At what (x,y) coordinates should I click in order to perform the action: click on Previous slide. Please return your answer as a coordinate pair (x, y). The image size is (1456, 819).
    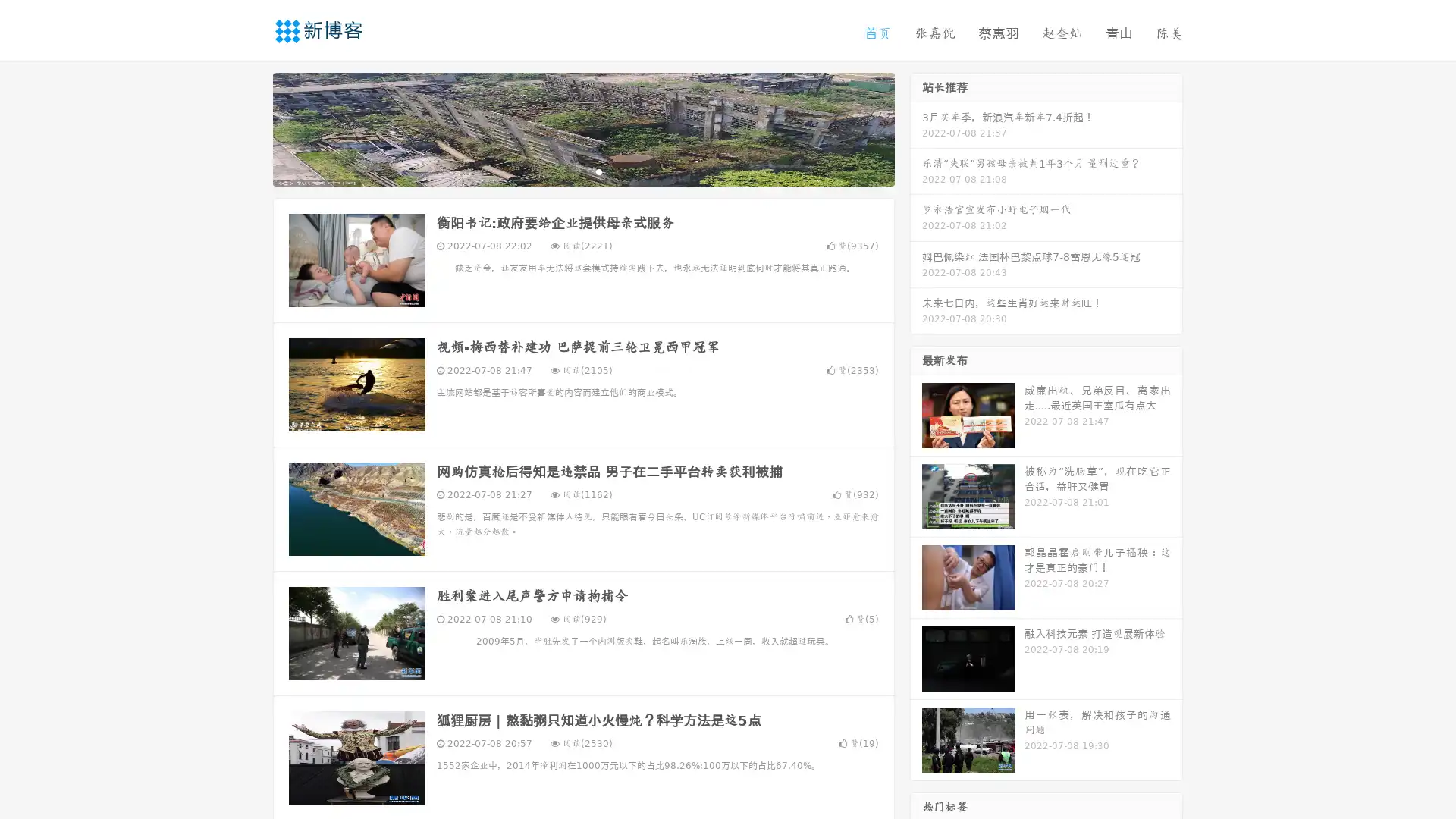
    Looking at the image, I should click on (250, 127).